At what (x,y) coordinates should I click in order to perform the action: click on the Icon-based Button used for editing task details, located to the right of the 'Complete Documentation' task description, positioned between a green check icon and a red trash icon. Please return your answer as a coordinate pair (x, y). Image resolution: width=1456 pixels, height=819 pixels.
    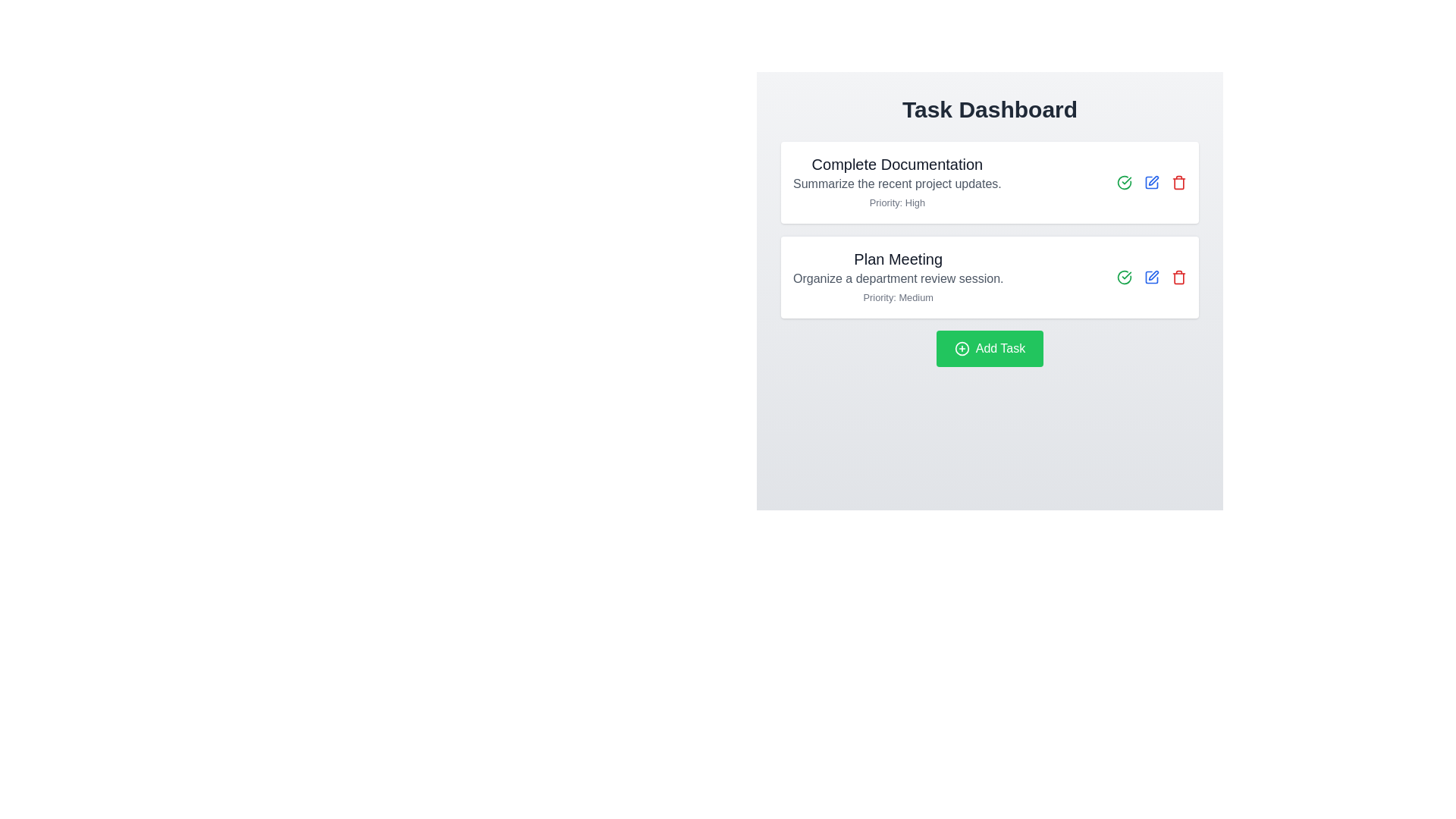
    Looking at the image, I should click on (1151, 181).